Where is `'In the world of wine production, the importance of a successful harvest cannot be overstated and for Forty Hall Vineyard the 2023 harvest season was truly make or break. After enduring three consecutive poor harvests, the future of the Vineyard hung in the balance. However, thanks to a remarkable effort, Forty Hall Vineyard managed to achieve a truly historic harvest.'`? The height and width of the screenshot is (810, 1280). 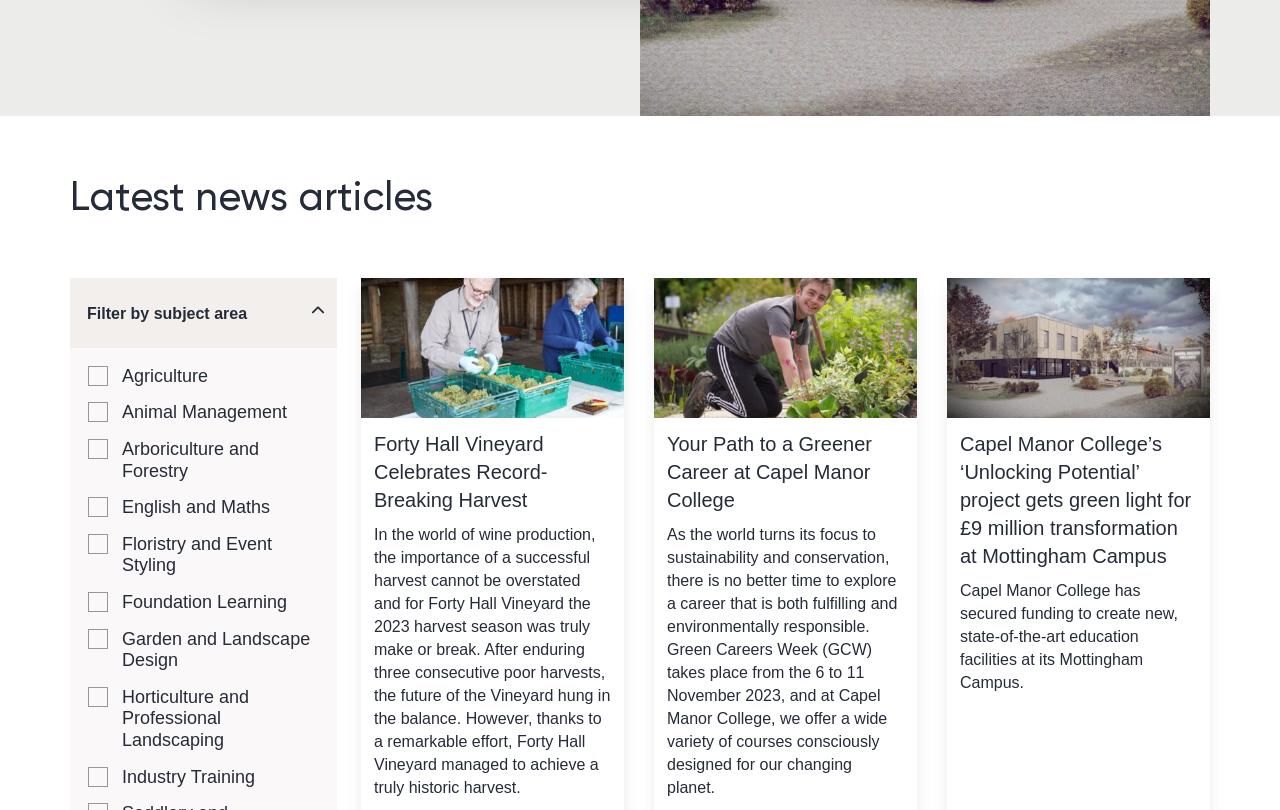
'In the world of wine production, the importance of a successful harvest cannot be overstated and for Forty Hall Vineyard the 2023 harvest season was truly make or break. After enduring three consecutive poor harvests, the future of the Vineyard hung in the balance. However, thanks to a remarkable effort, Forty Hall Vineyard managed to achieve a truly historic harvest.' is located at coordinates (492, 658).